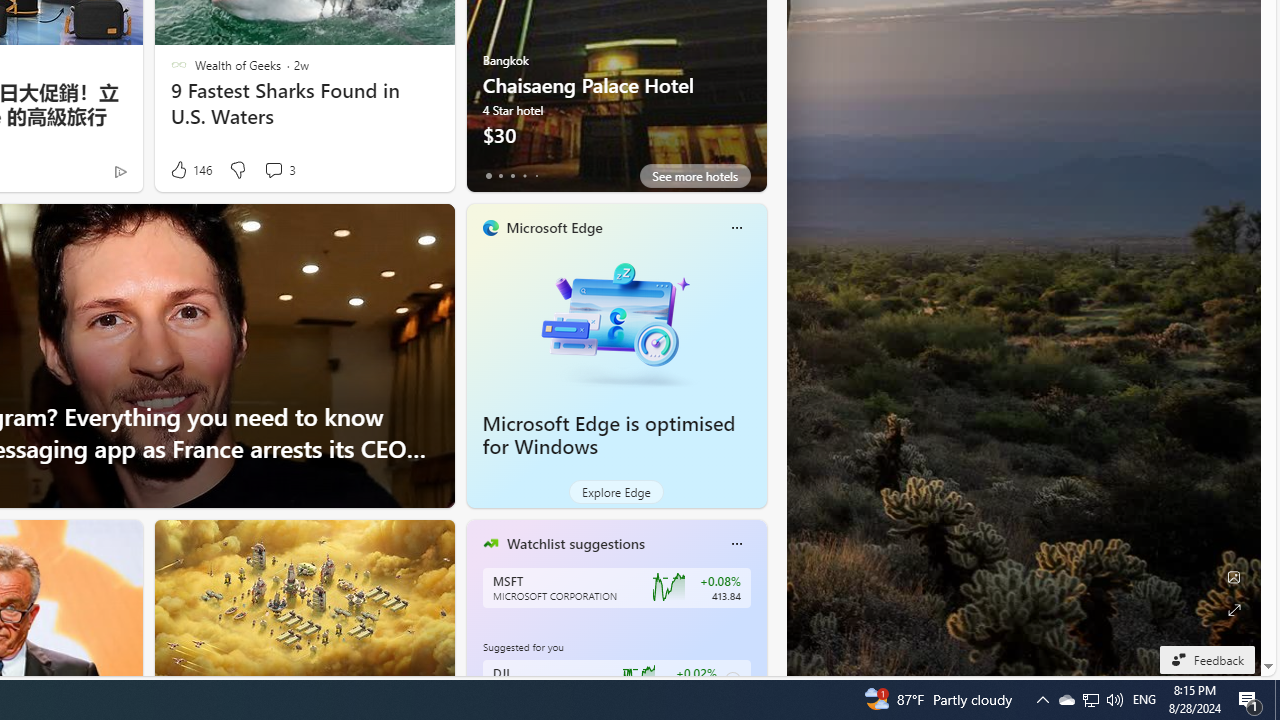 Image resolution: width=1280 pixels, height=720 pixels. What do you see at coordinates (615, 320) in the screenshot?
I see `'Microsoft Edge is optimised for Windows'` at bounding box center [615, 320].